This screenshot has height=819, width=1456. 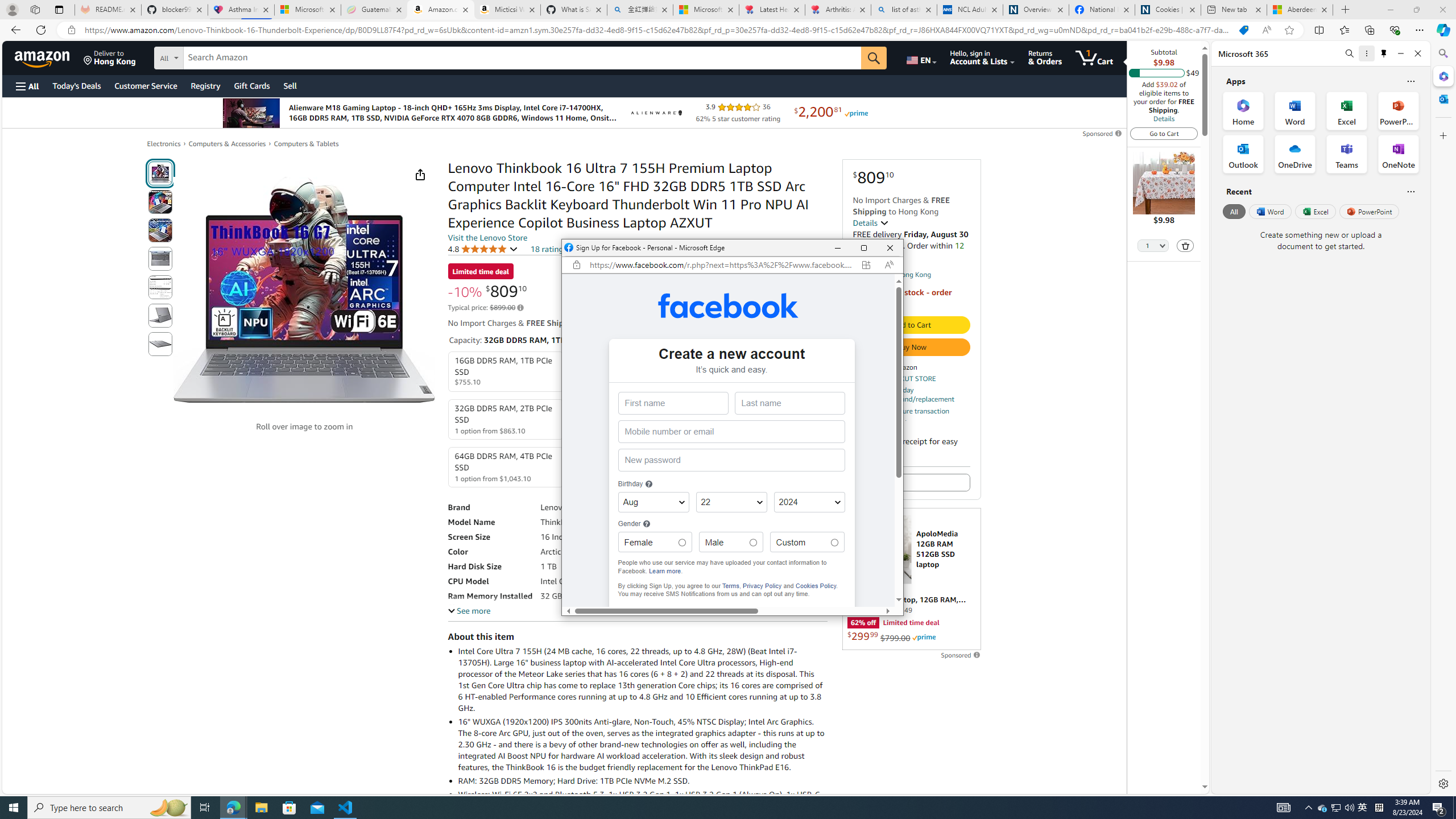 I want to click on 'Quantity Selector', so click(x=1152, y=246).